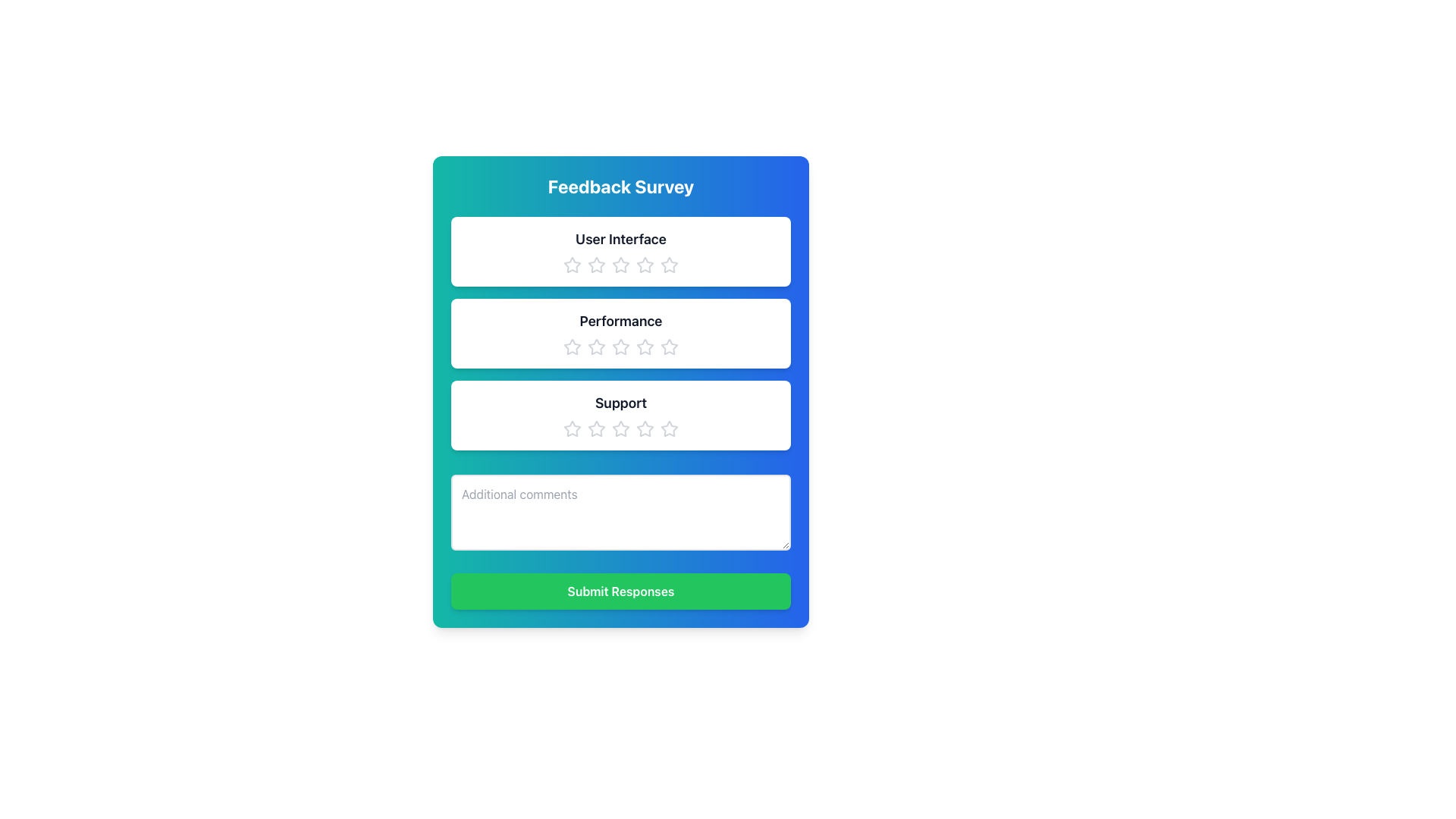 The width and height of the screenshot is (1456, 819). Describe the element at coordinates (645, 428) in the screenshot. I see `the second star icon in the five-star rating component under the 'Support' section of the survey form to provide visual feedback` at that location.